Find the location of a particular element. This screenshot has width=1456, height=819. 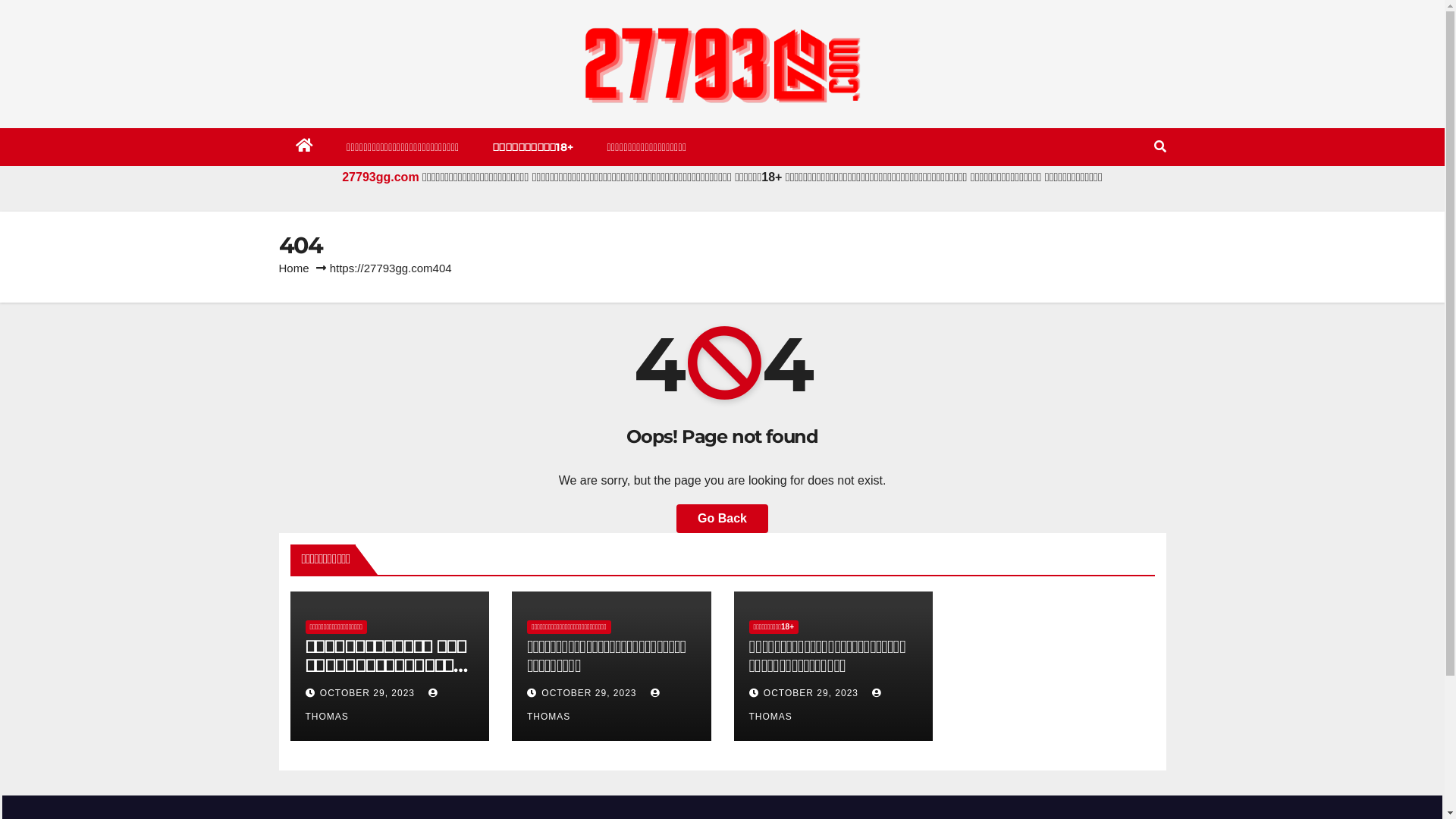

'OCTOBER 29, 2023' is located at coordinates (811, 693).